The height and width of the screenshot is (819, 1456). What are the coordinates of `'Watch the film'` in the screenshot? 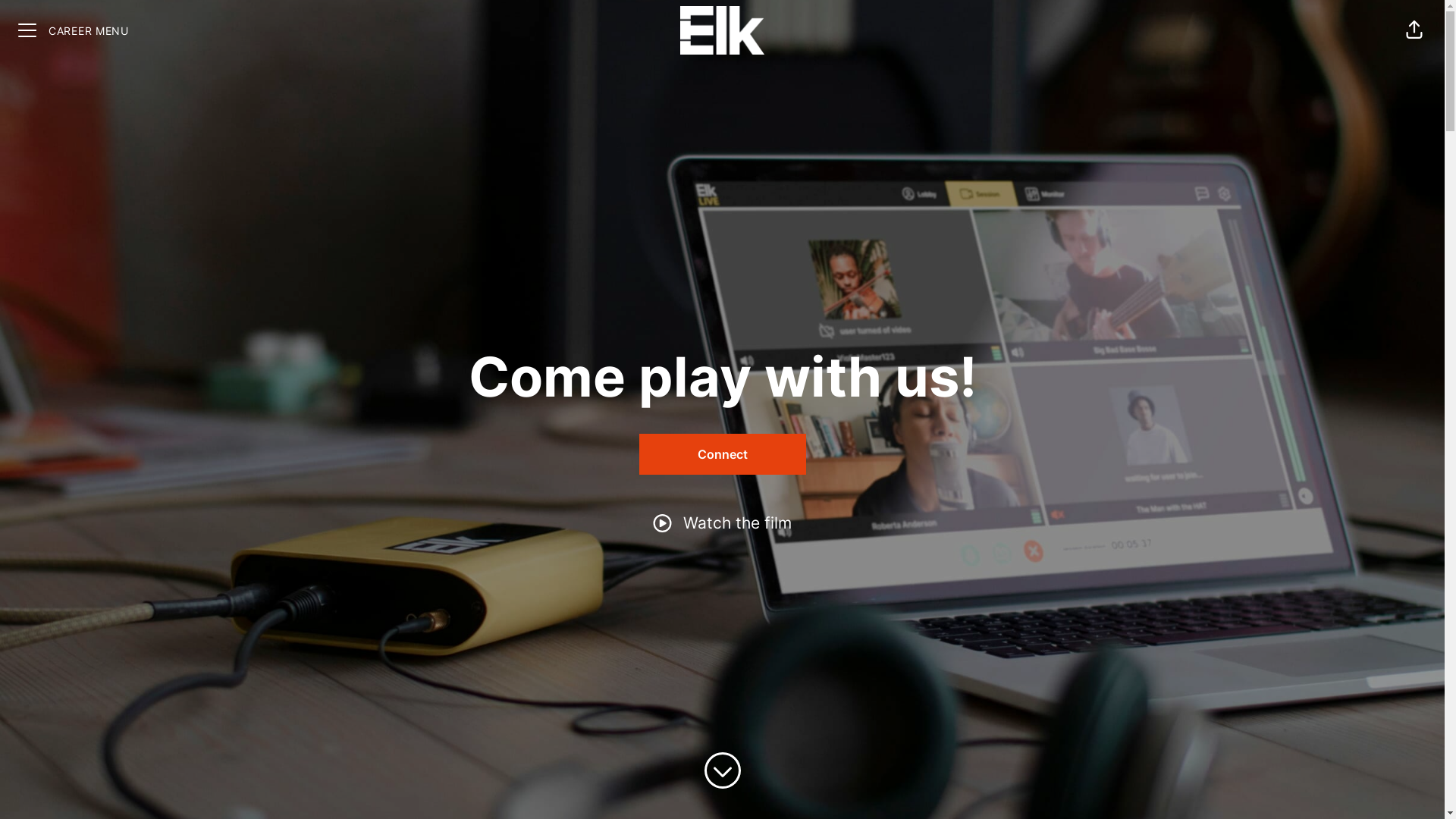 It's located at (721, 522).